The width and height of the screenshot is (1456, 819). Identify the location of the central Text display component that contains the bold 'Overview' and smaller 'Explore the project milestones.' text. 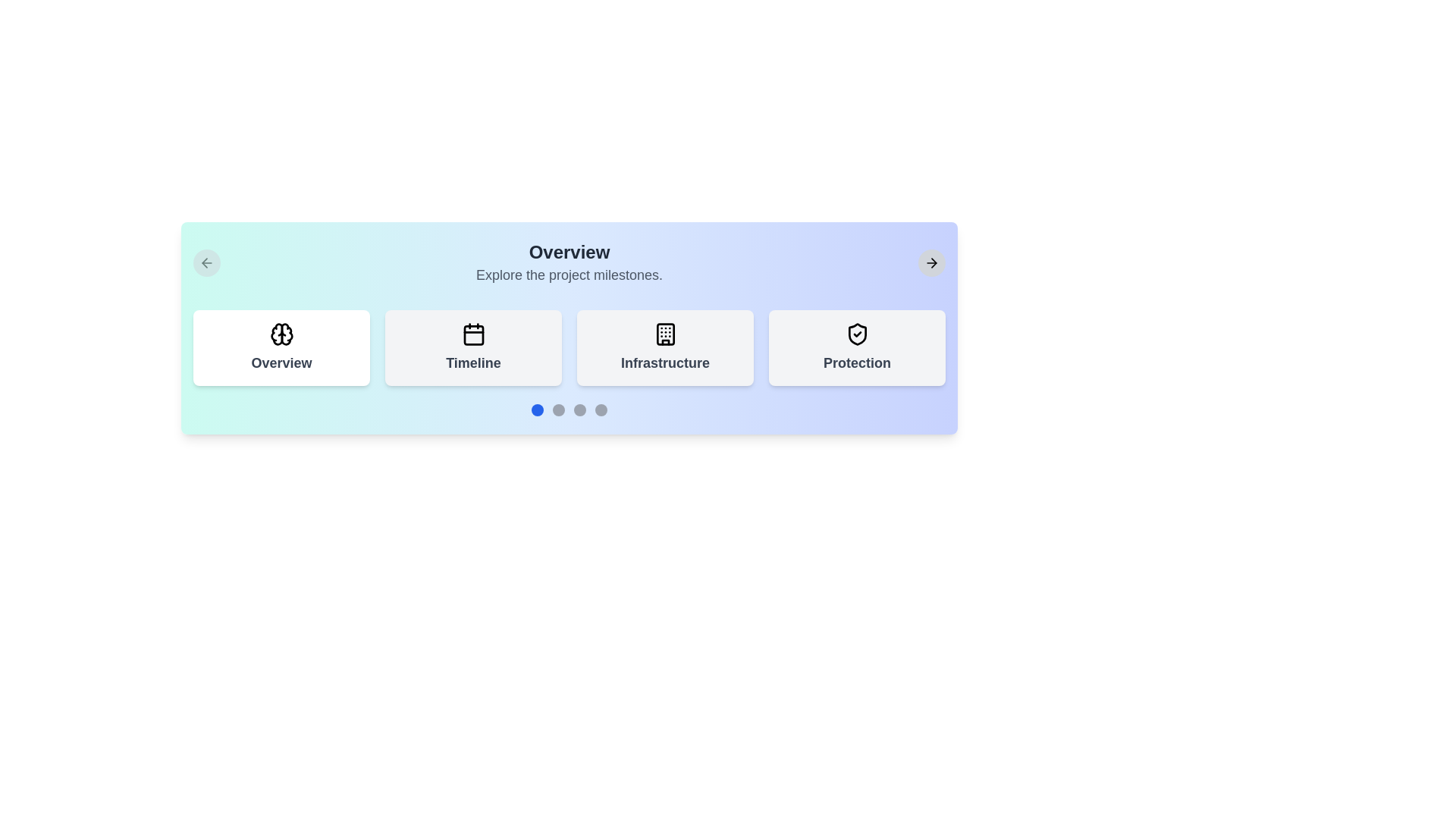
(568, 262).